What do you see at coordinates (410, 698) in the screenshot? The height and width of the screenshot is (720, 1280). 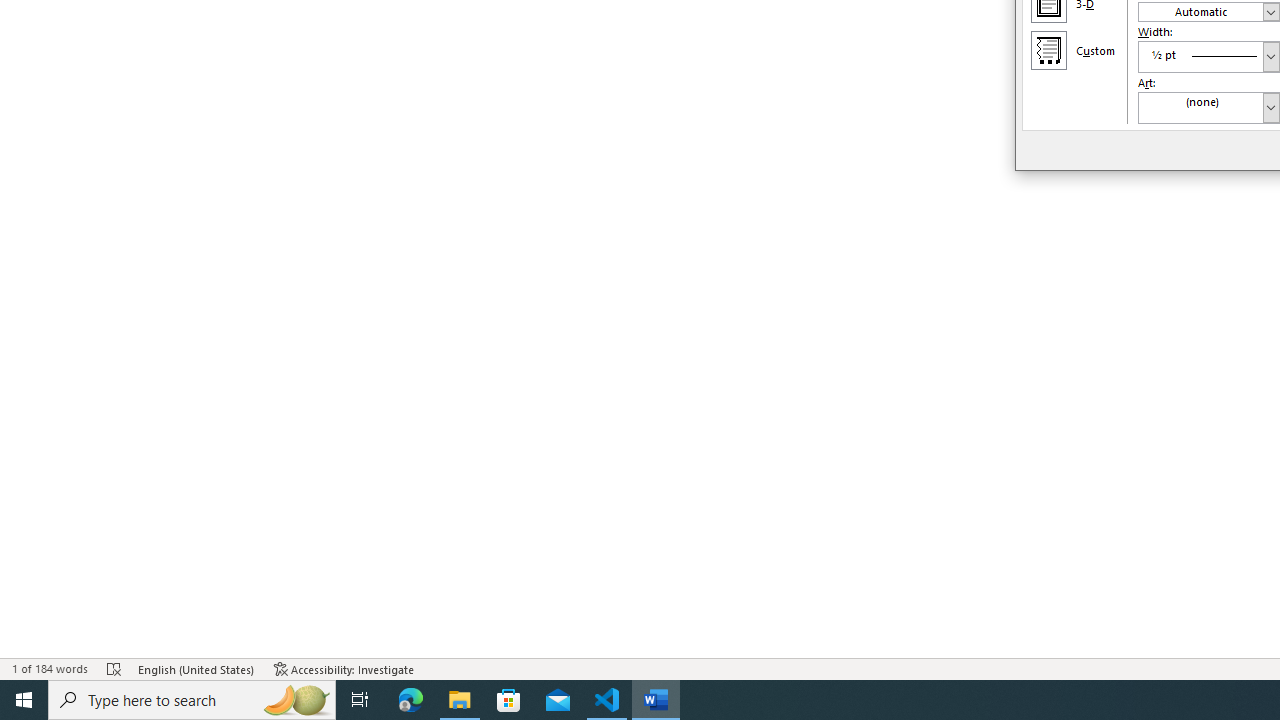 I see `'Microsoft Edge'` at bounding box center [410, 698].